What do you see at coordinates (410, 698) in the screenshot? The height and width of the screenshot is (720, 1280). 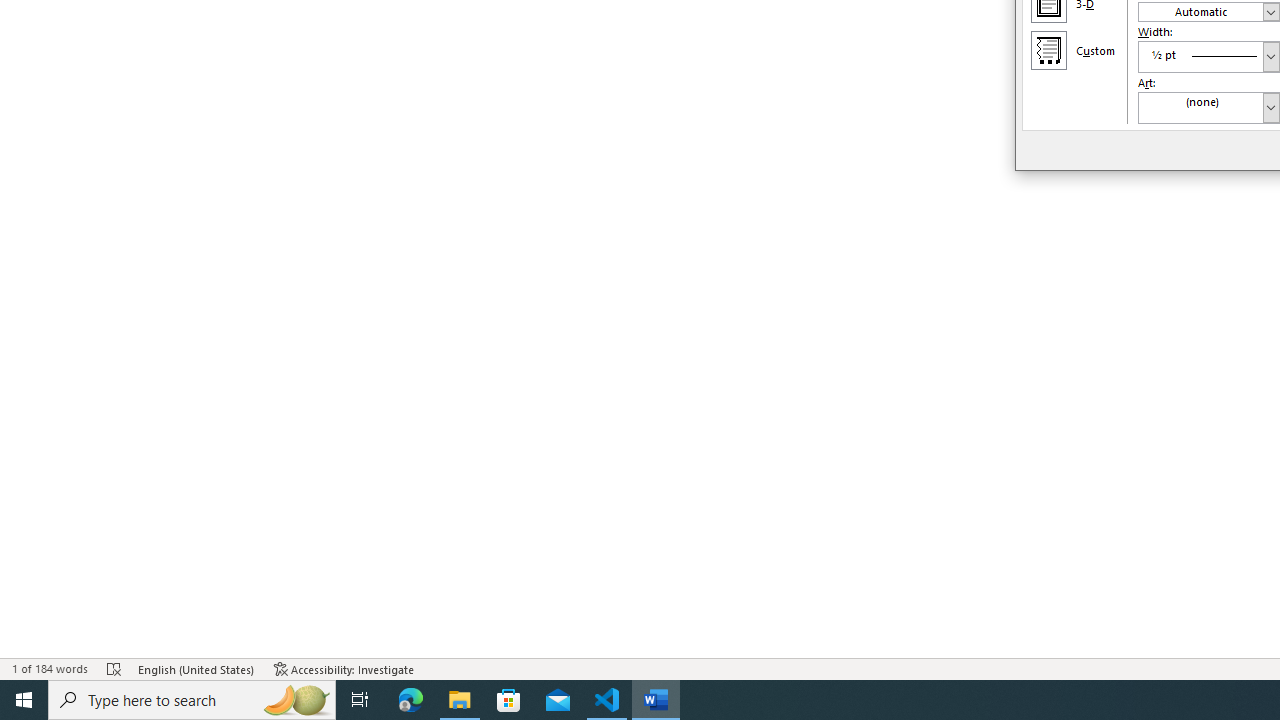 I see `'Microsoft Edge'` at bounding box center [410, 698].